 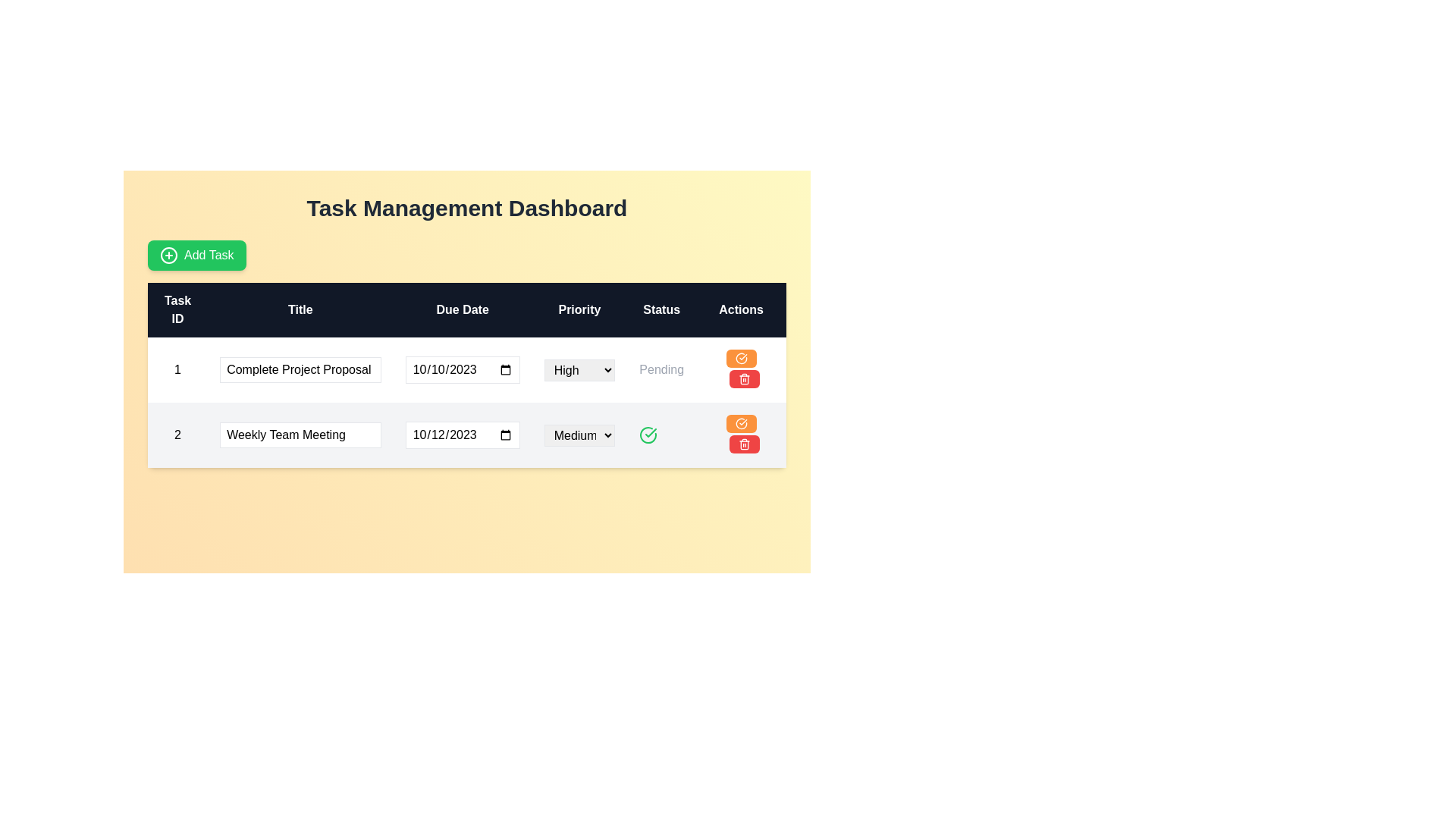 What do you see at coordinates (462, 370) in the screenshot?
I see `the Date input field located in the third column of the first row of the task table under the 'Due Date' heading to focus on it` at bounding box center [462, 370].